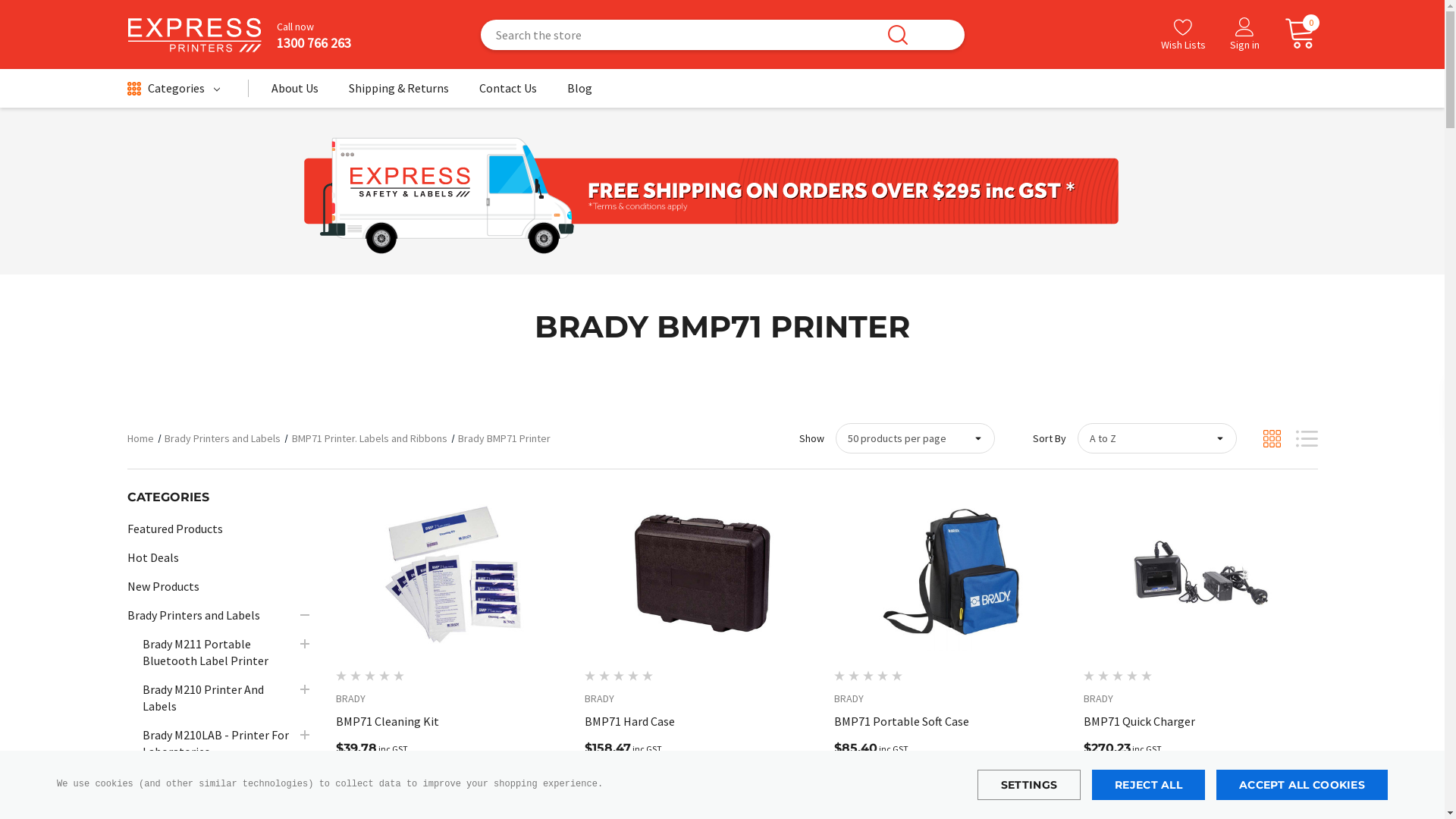 Image resolution: width=1456 pixels, height=819 pixels. I want to click on 'Contact Us', so click(508, 92).